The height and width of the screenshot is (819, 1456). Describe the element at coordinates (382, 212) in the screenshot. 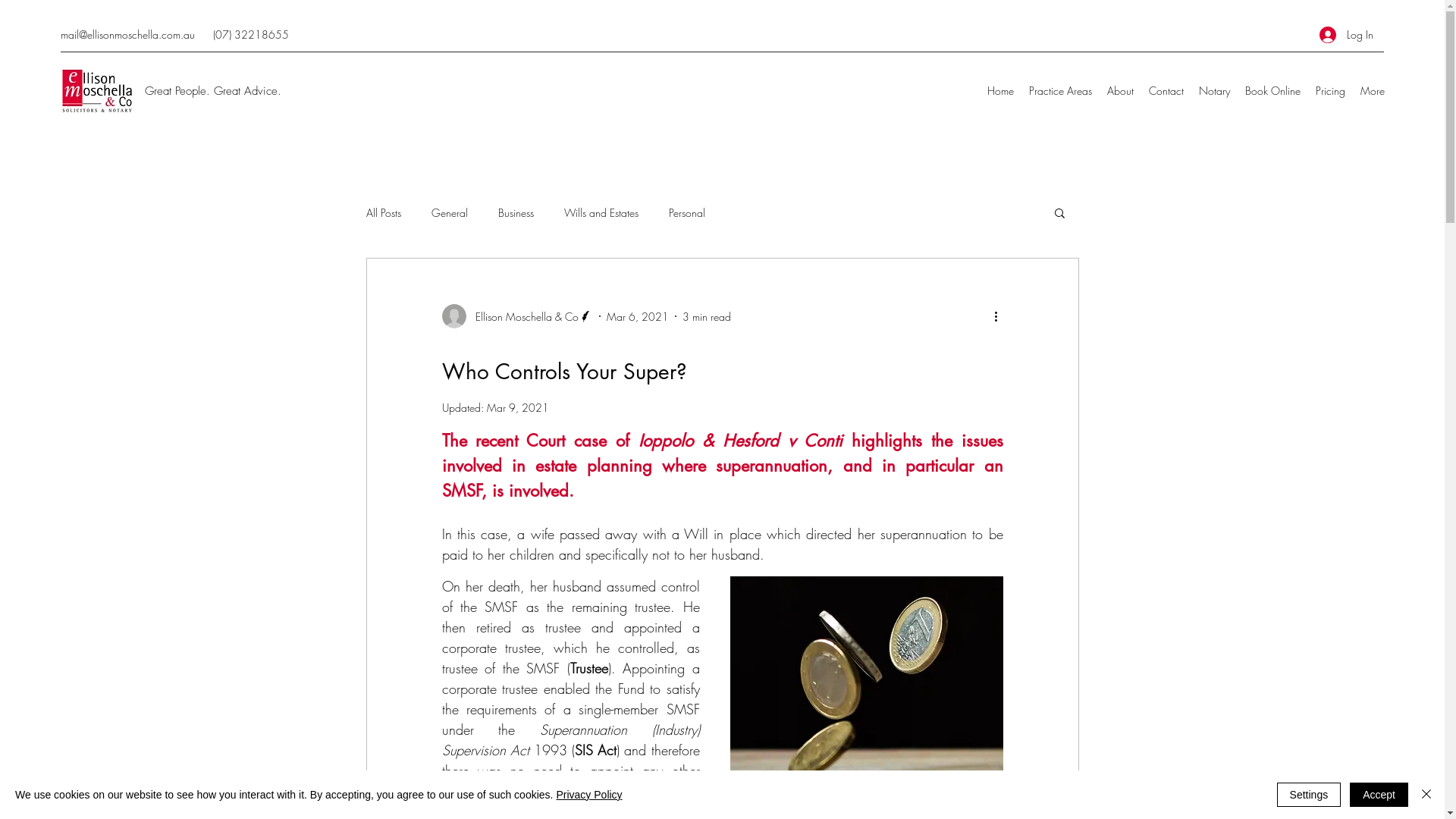

I see `'All Posts'` at that location.